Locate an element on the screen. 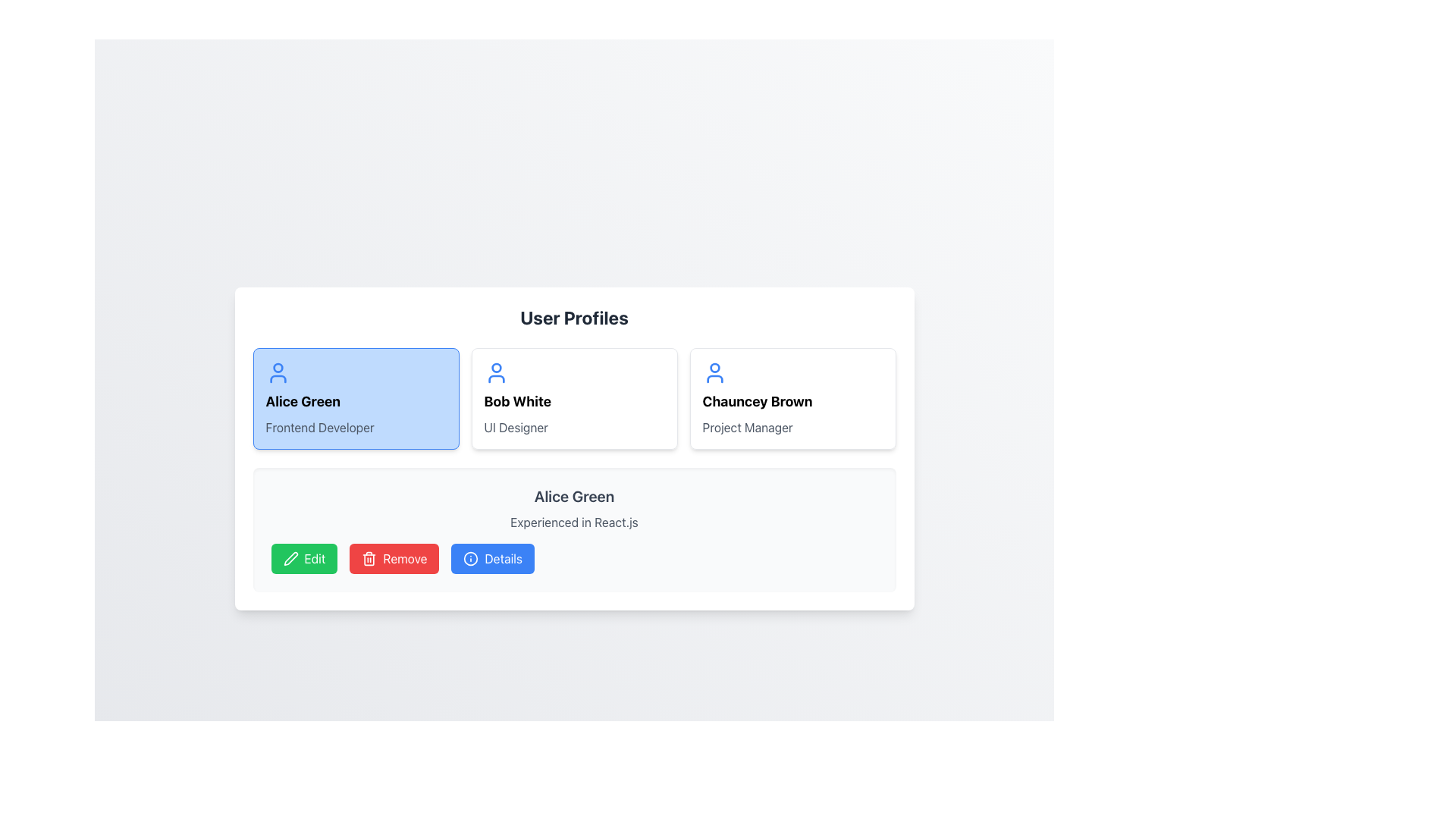  the blue person icon representing 'Bob White' in the second profile card from the left in the 'User Profiles' section, positioned above the text 'Bob White' and 'UI Designer' is located at coordinates (496, 373).